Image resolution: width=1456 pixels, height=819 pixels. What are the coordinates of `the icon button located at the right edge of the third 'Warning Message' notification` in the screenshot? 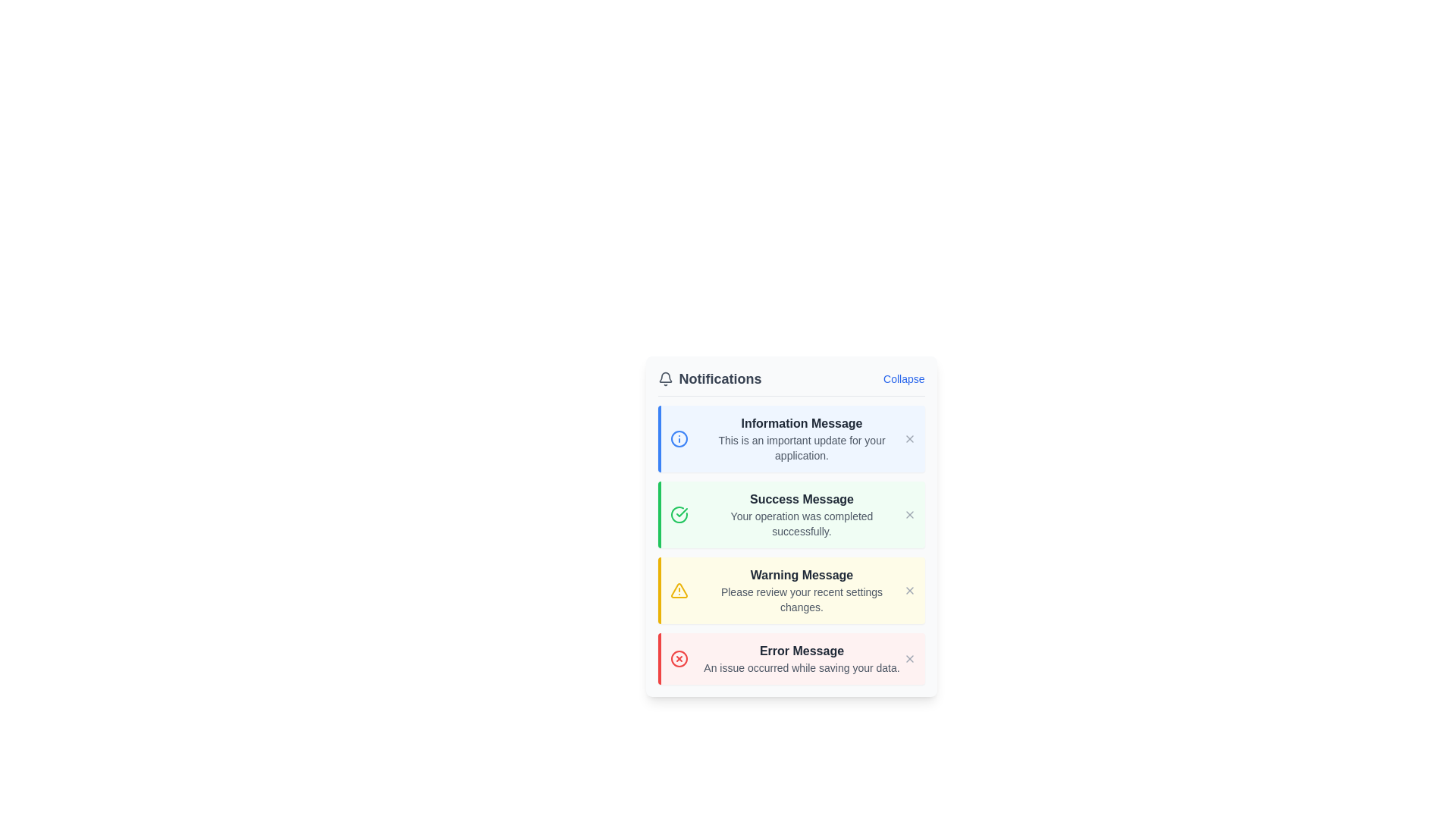 It's located at (909, 590).